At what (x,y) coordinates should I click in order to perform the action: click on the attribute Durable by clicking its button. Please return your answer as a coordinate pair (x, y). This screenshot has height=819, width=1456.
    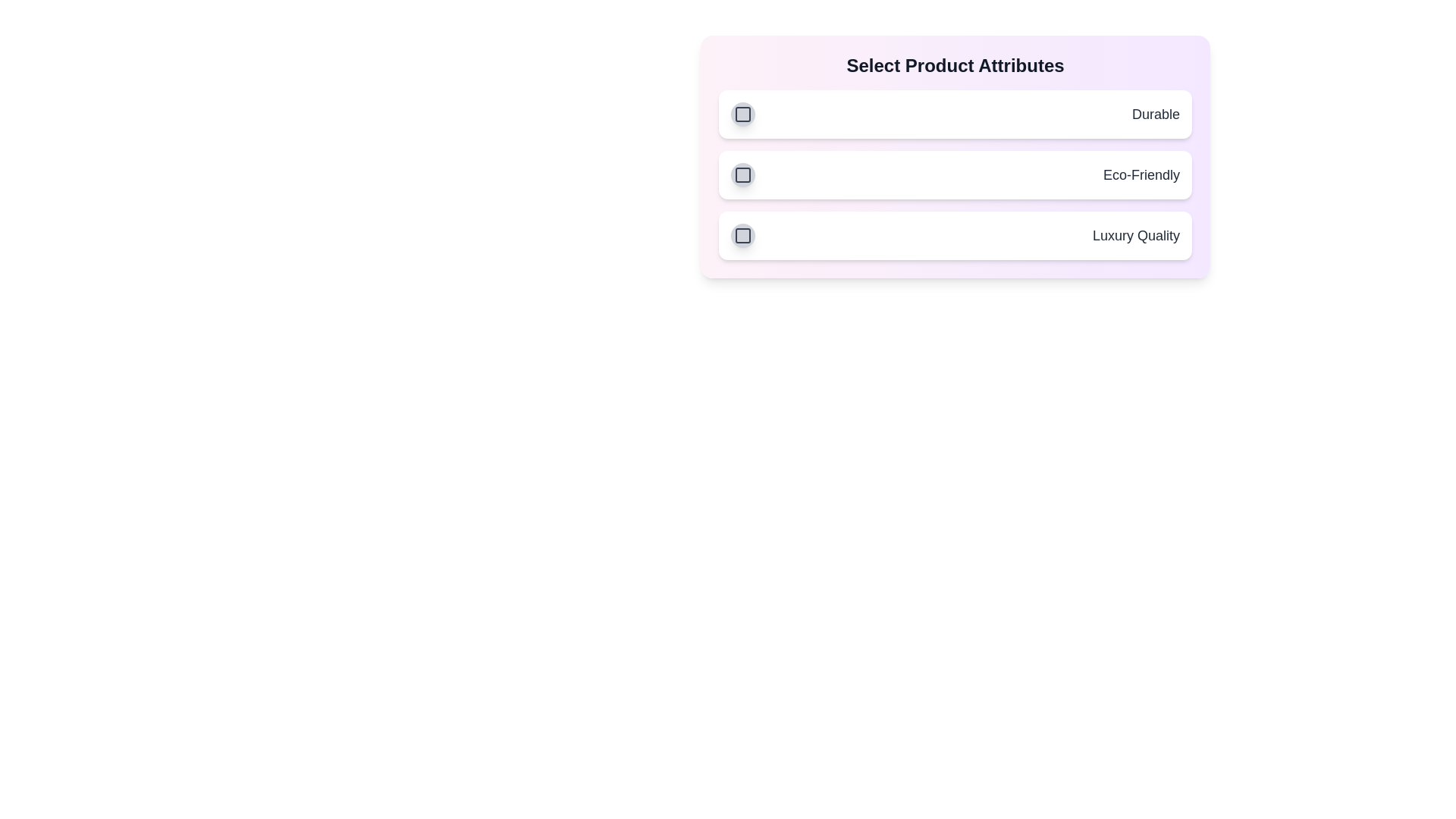
    Looking at the image, I should click on (742, 113).